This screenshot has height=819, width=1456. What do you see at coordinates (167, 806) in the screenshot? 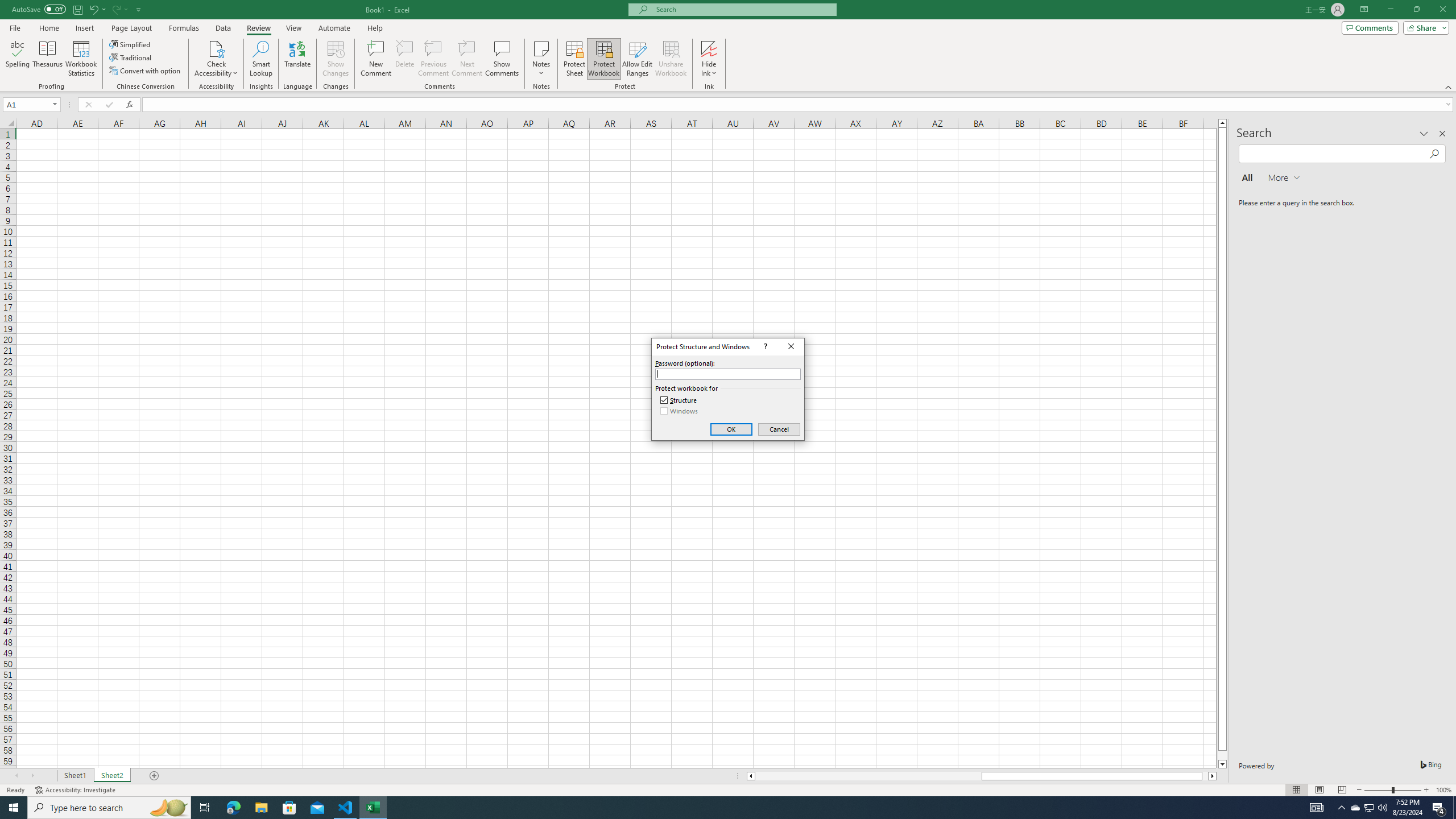
I see `'Search highlights icon opens search home window'` at bounding box center [167, 806].